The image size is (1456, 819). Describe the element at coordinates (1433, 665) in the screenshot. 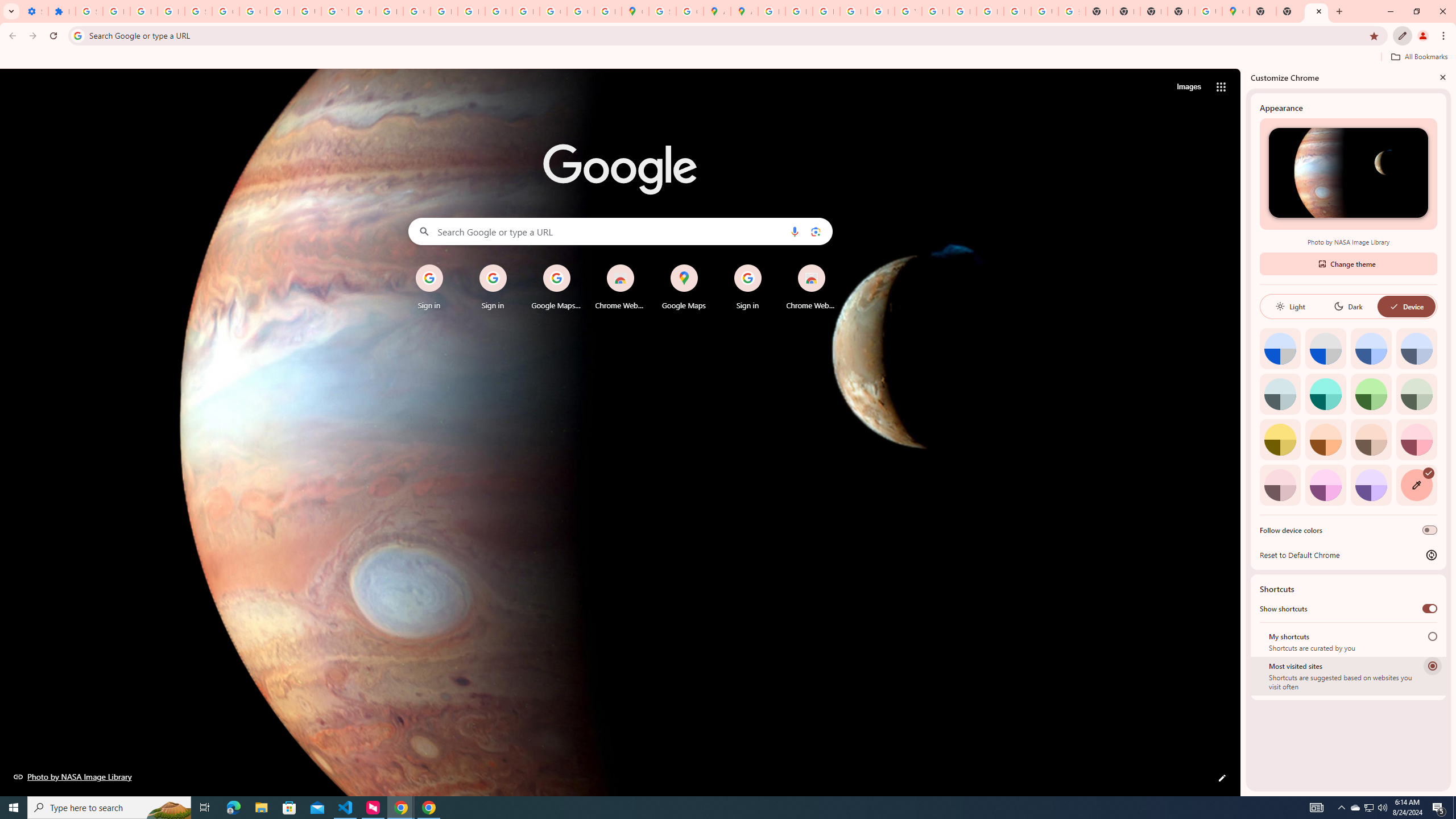

I see `'Most visited sites'` at that location.